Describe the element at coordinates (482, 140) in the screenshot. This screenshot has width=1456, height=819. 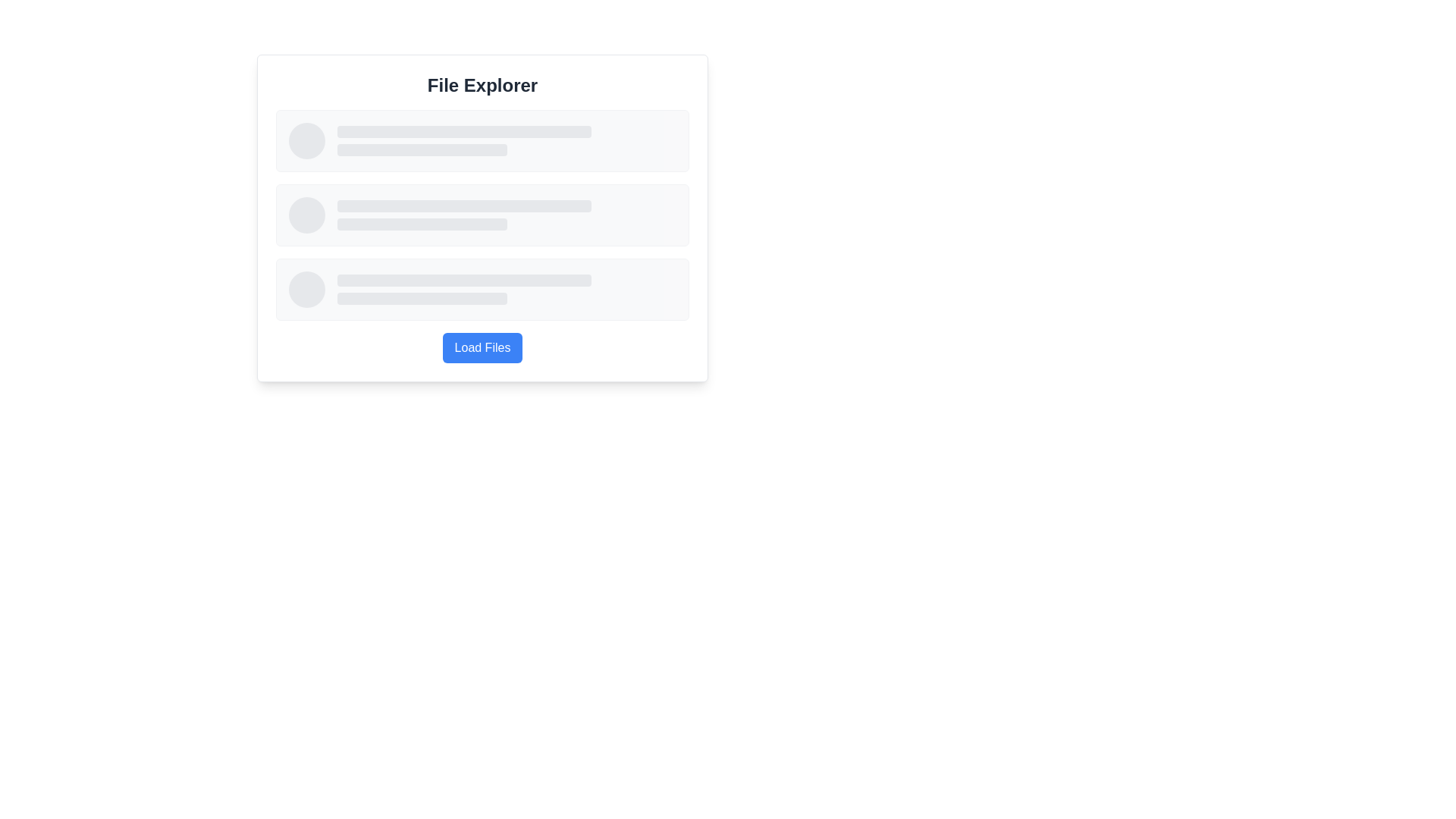
I see `the rectangular placeholder in the file explorer's loading state, positioned directly beneath the 'File Explorer' title` at that location.